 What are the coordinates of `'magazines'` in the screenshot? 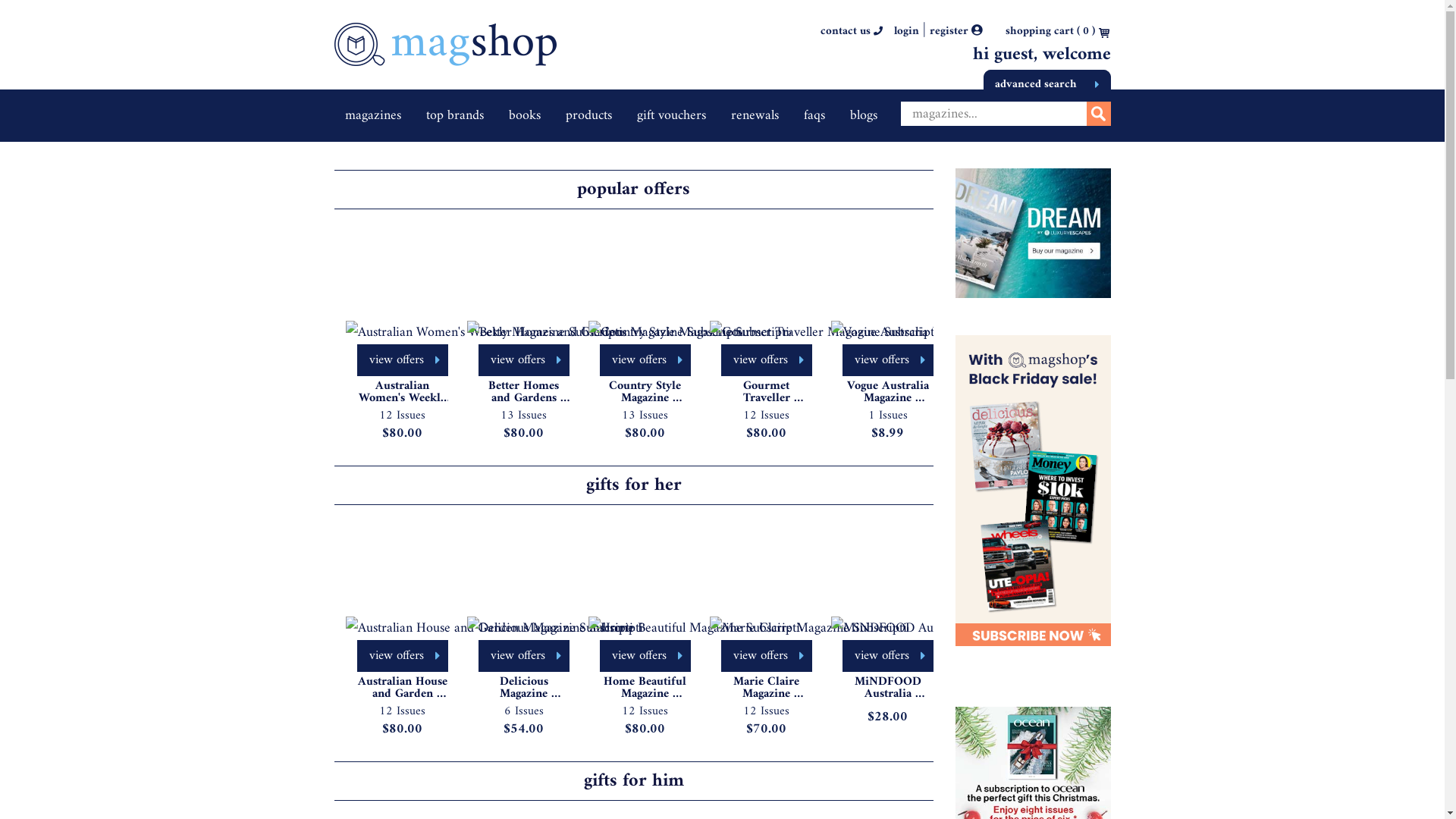 It's located at (372, 115).